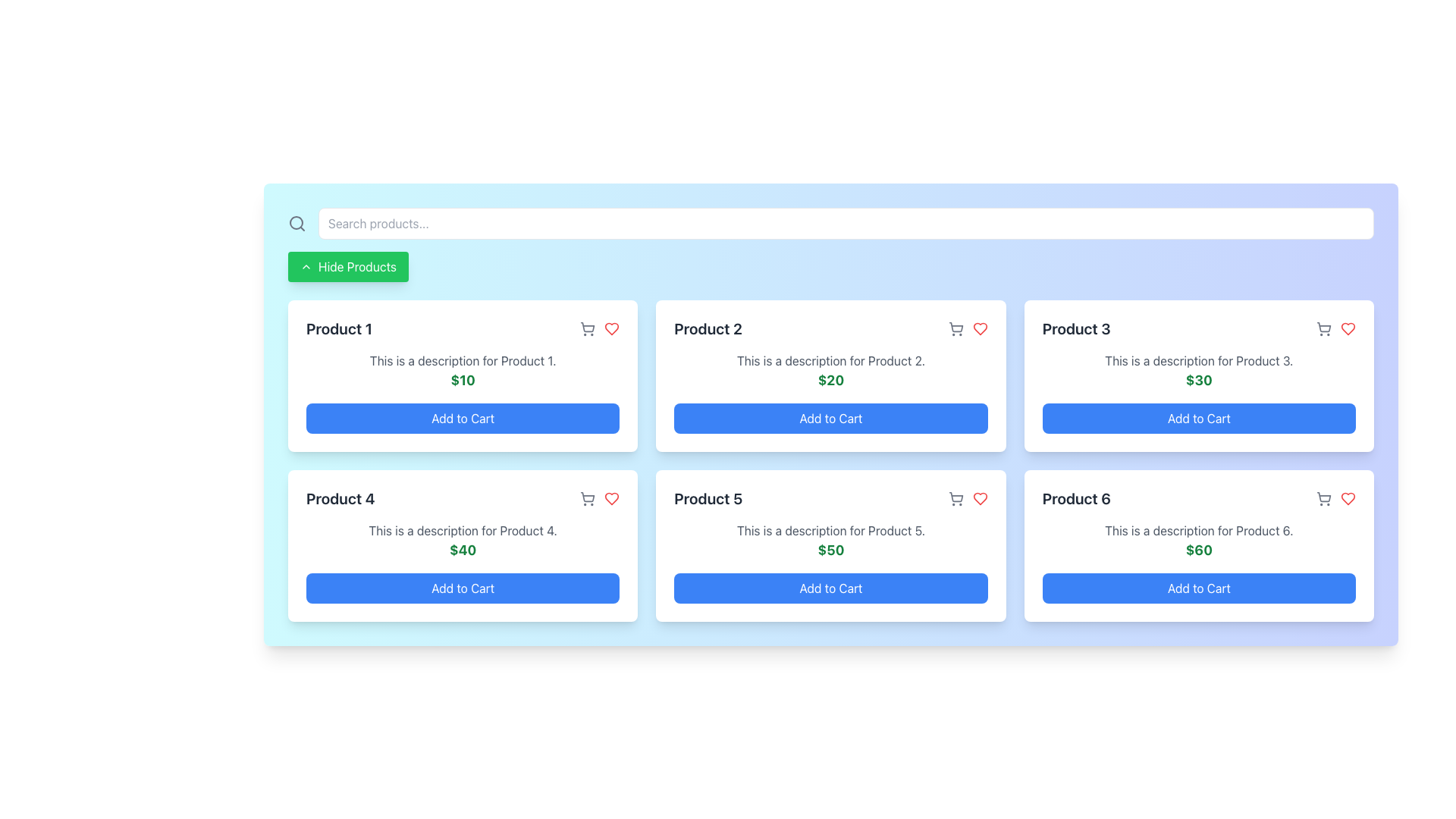 This screenshot has width=1456, height=819. Describe the element at coordinates (1075, 499) in the screenshot. I see `the text label 'Product 6', which is styled in bold and large font, located at the top-left section of the sixth product card in a grid layout` at that location.